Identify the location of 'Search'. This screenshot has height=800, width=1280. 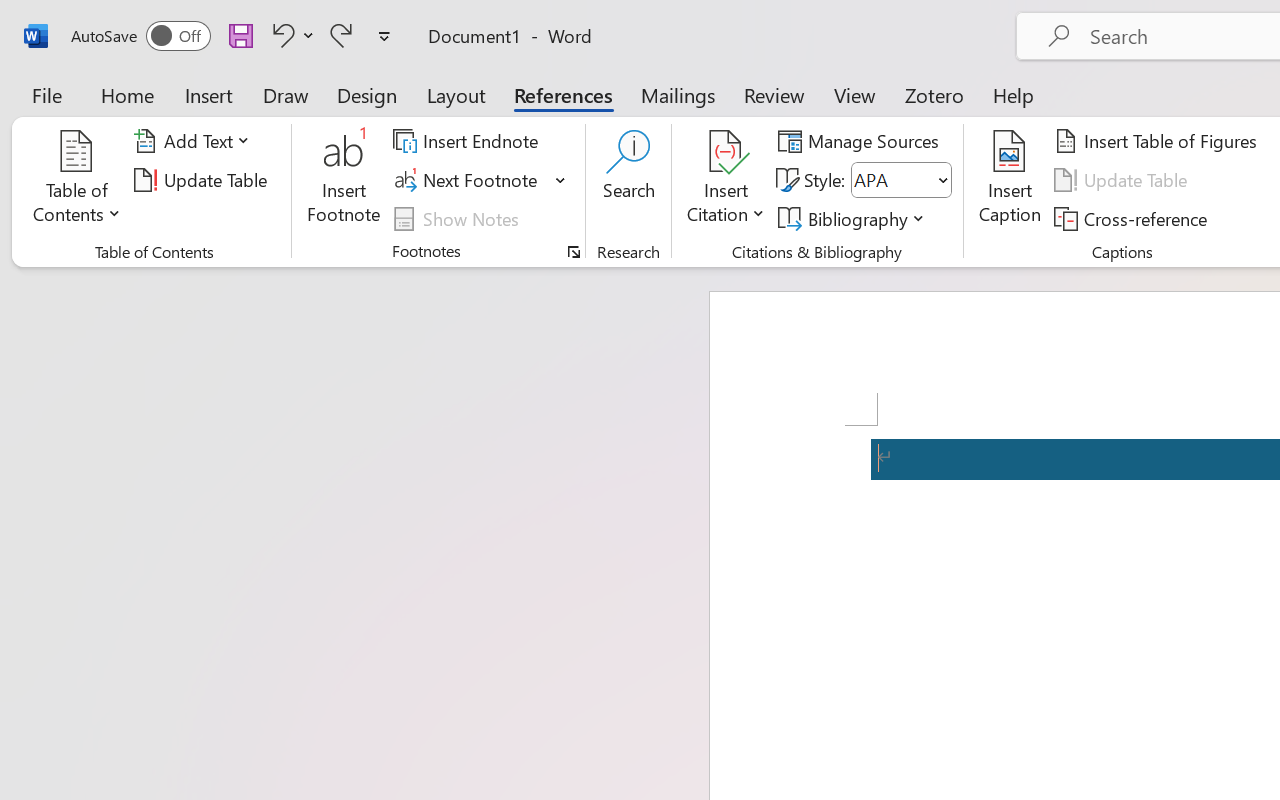
(628, 179).